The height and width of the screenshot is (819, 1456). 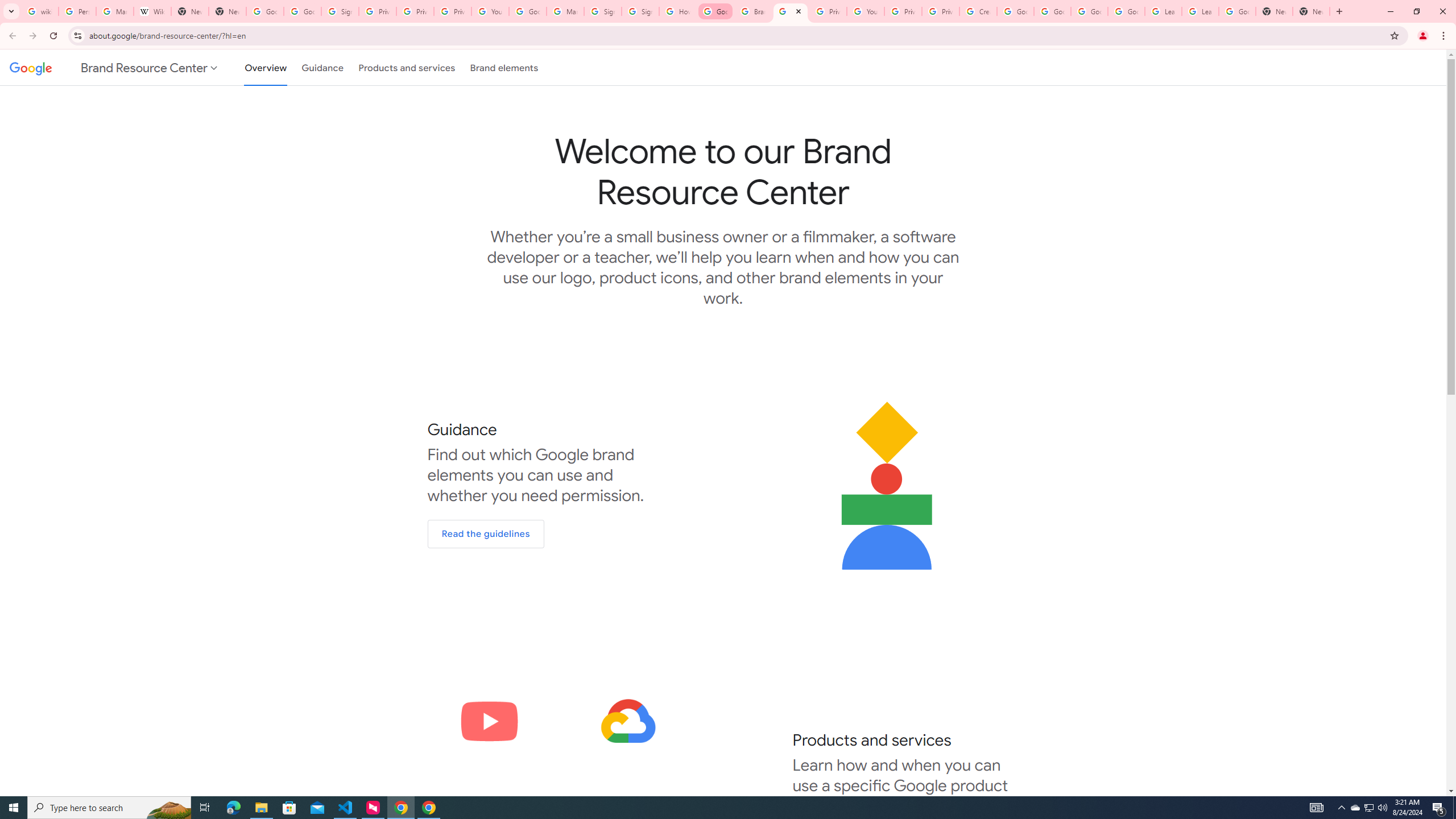 I want to click on 'Manage your Location History - Google Search Help', so click(x=113, y=11).